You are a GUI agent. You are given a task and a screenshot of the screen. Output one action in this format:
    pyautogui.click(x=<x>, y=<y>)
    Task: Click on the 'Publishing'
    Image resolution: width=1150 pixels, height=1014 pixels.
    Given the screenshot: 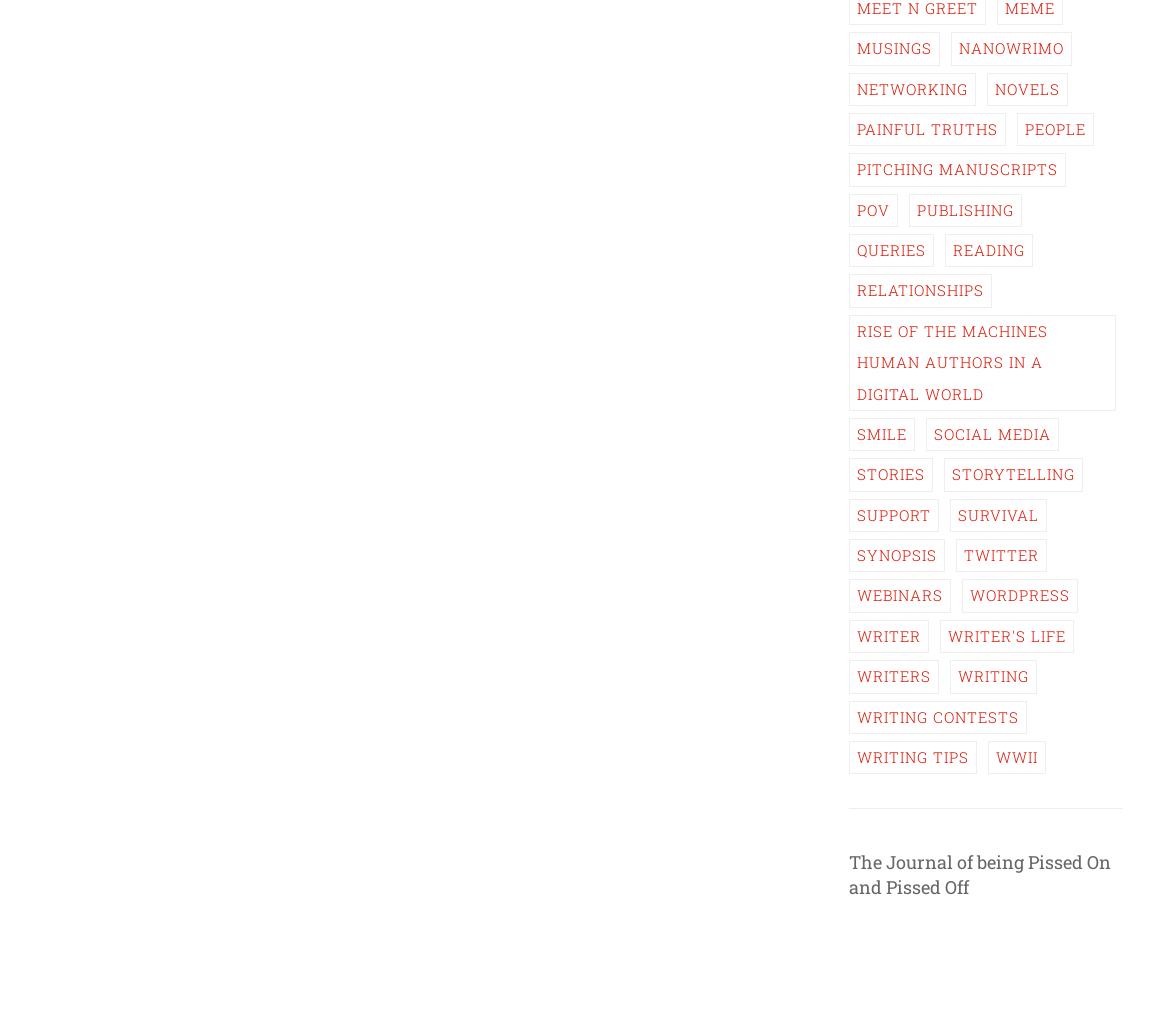 What is the action you would take?
    pyautogui.click(x=917, y=207)
    